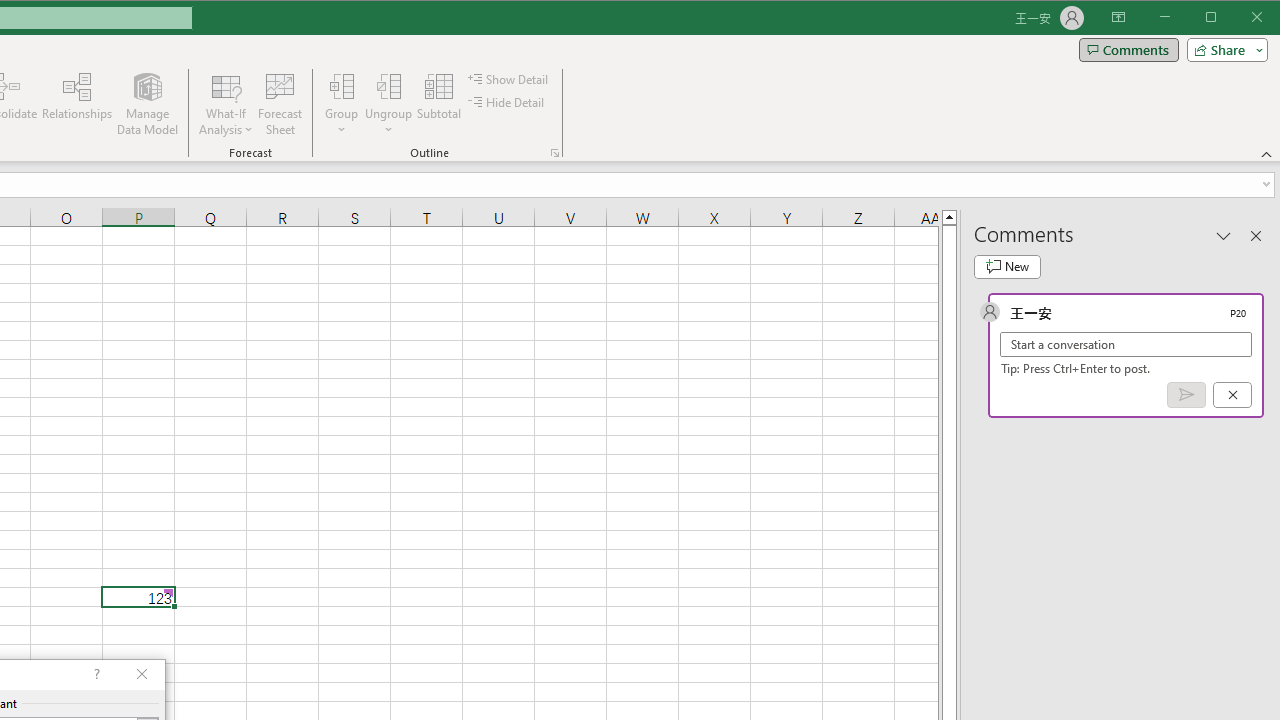  What do you see at coordinates (1126, 343) in the screenshot?
I see `'Start a conversation'` at bounding box center [1126, 343].